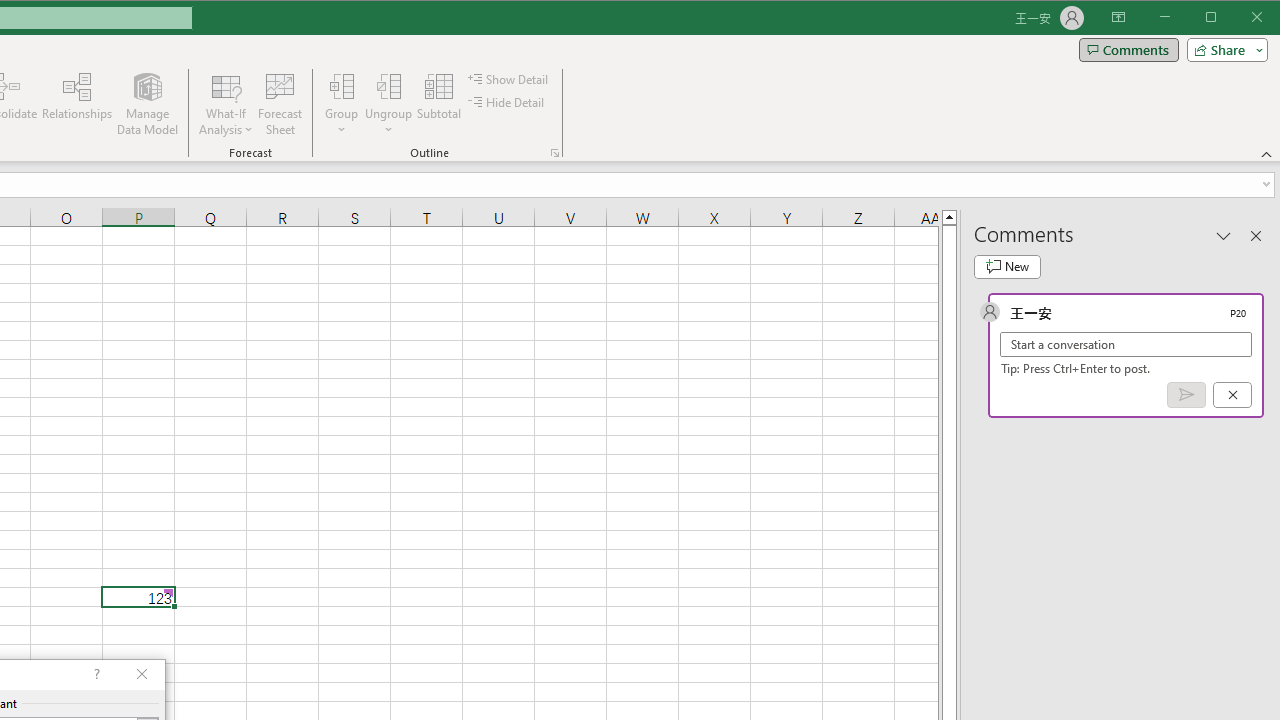  What do you see at coordinates (1126, 343) in the screenshot?
I see `'Start a conversation'` at bounding box center [1126, 343].